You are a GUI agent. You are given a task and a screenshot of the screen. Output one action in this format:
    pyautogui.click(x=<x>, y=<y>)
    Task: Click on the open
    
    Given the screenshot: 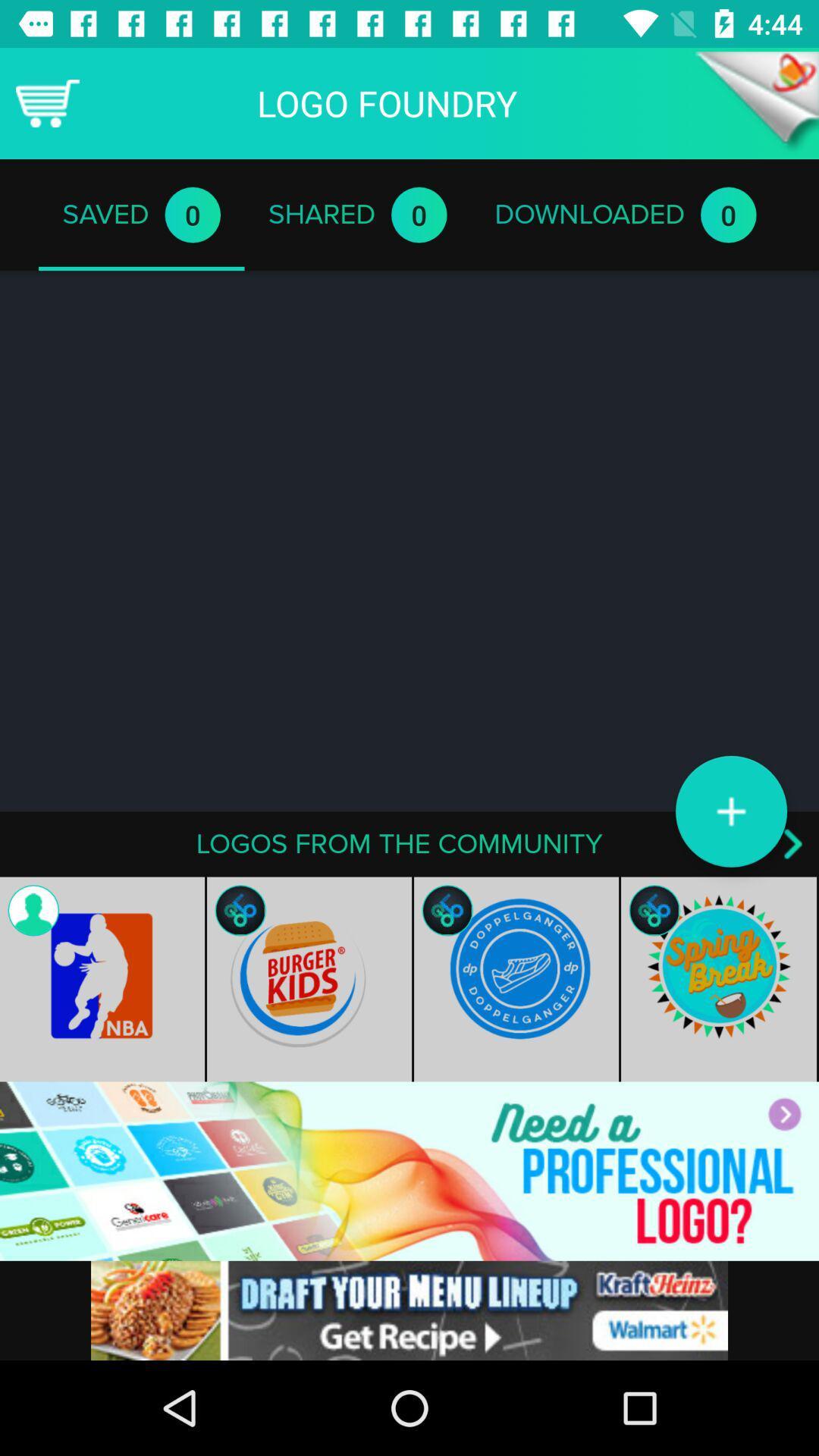 What is the action you would take?
    pyautogui.click(x=757, y=102)
    